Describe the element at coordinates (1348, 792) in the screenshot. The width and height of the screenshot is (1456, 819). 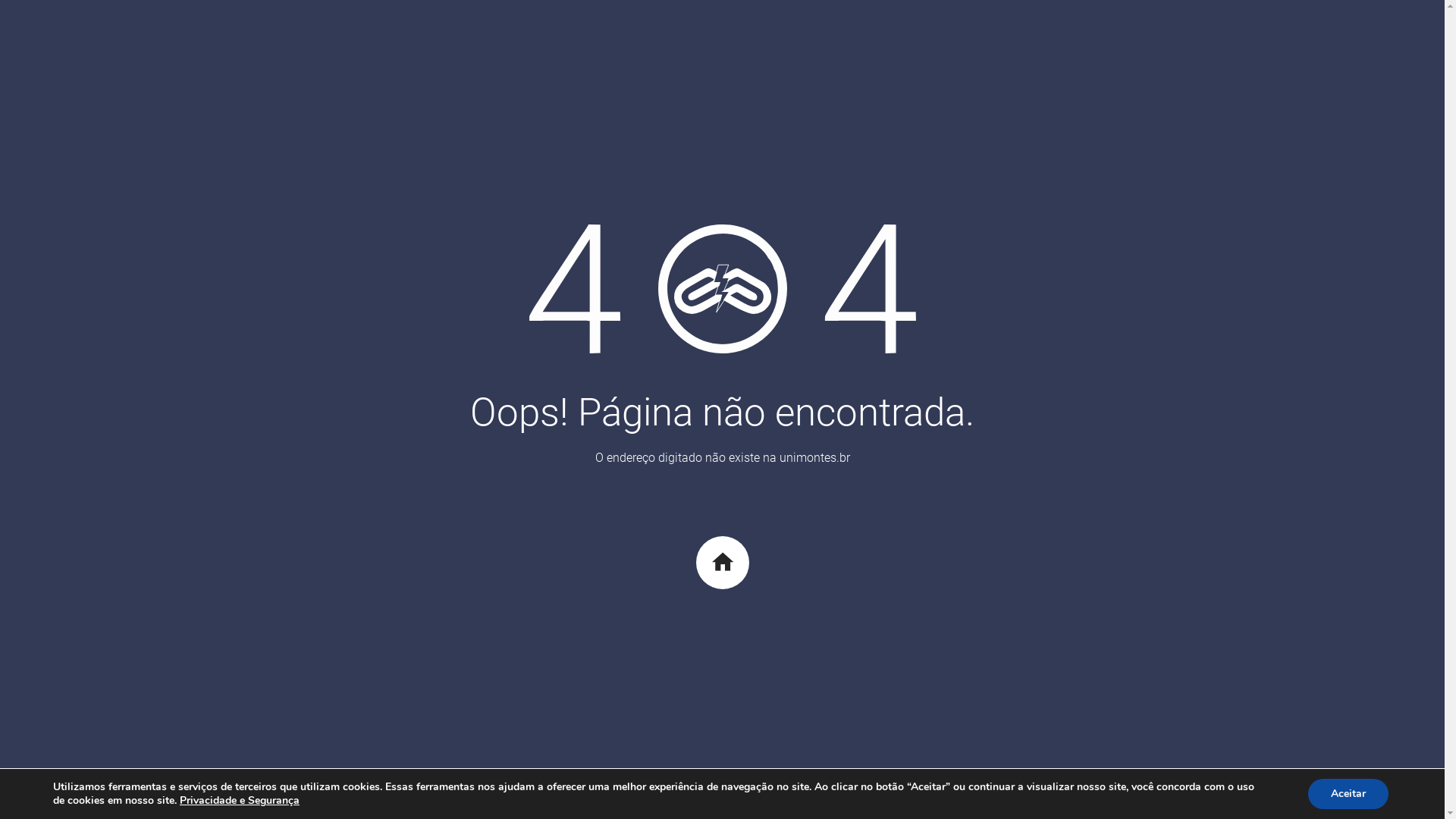
I see `'Aceitar'` at that location.